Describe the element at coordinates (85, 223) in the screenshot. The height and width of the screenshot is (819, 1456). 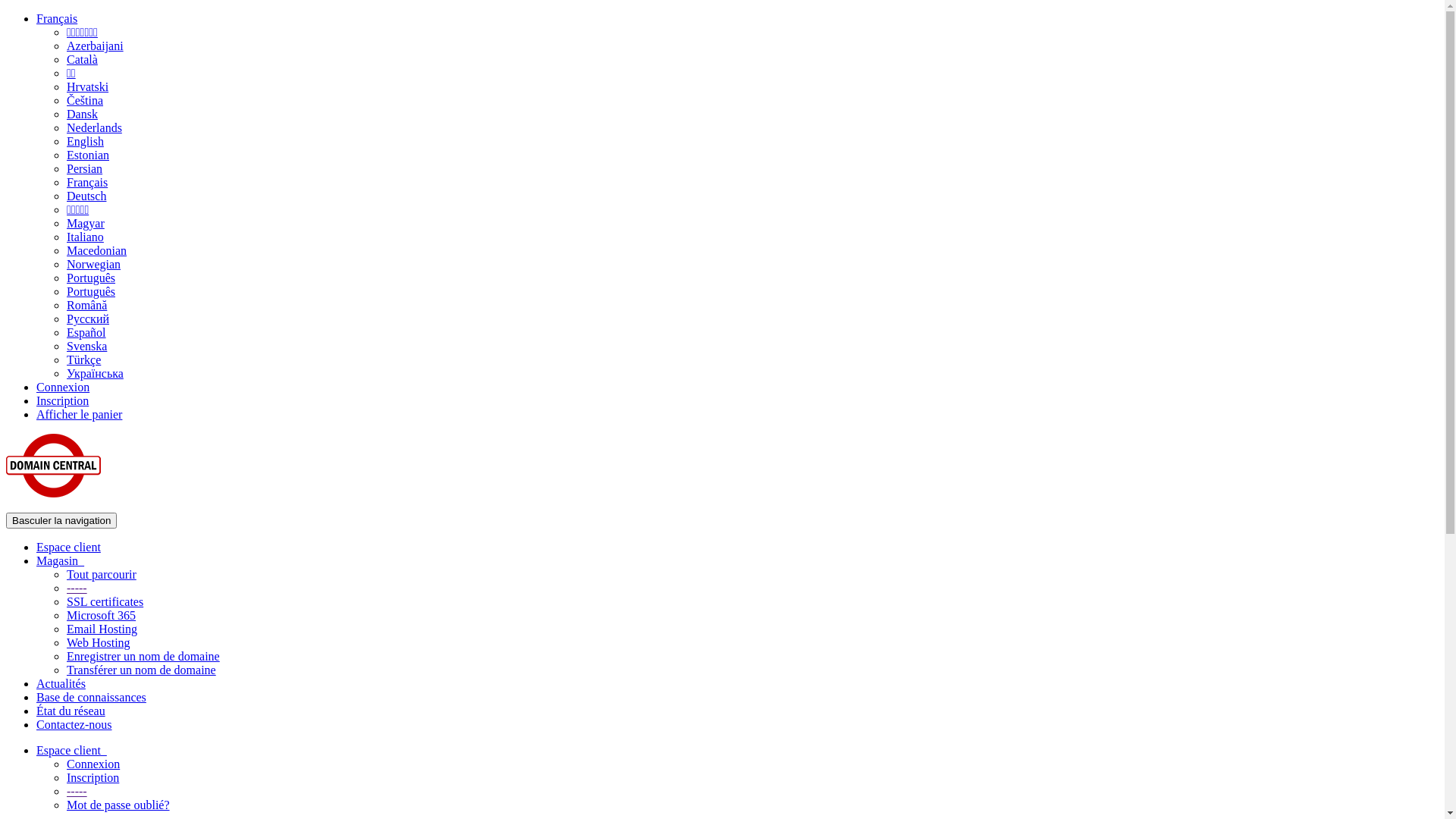
I see `'Magyar'` at that location.